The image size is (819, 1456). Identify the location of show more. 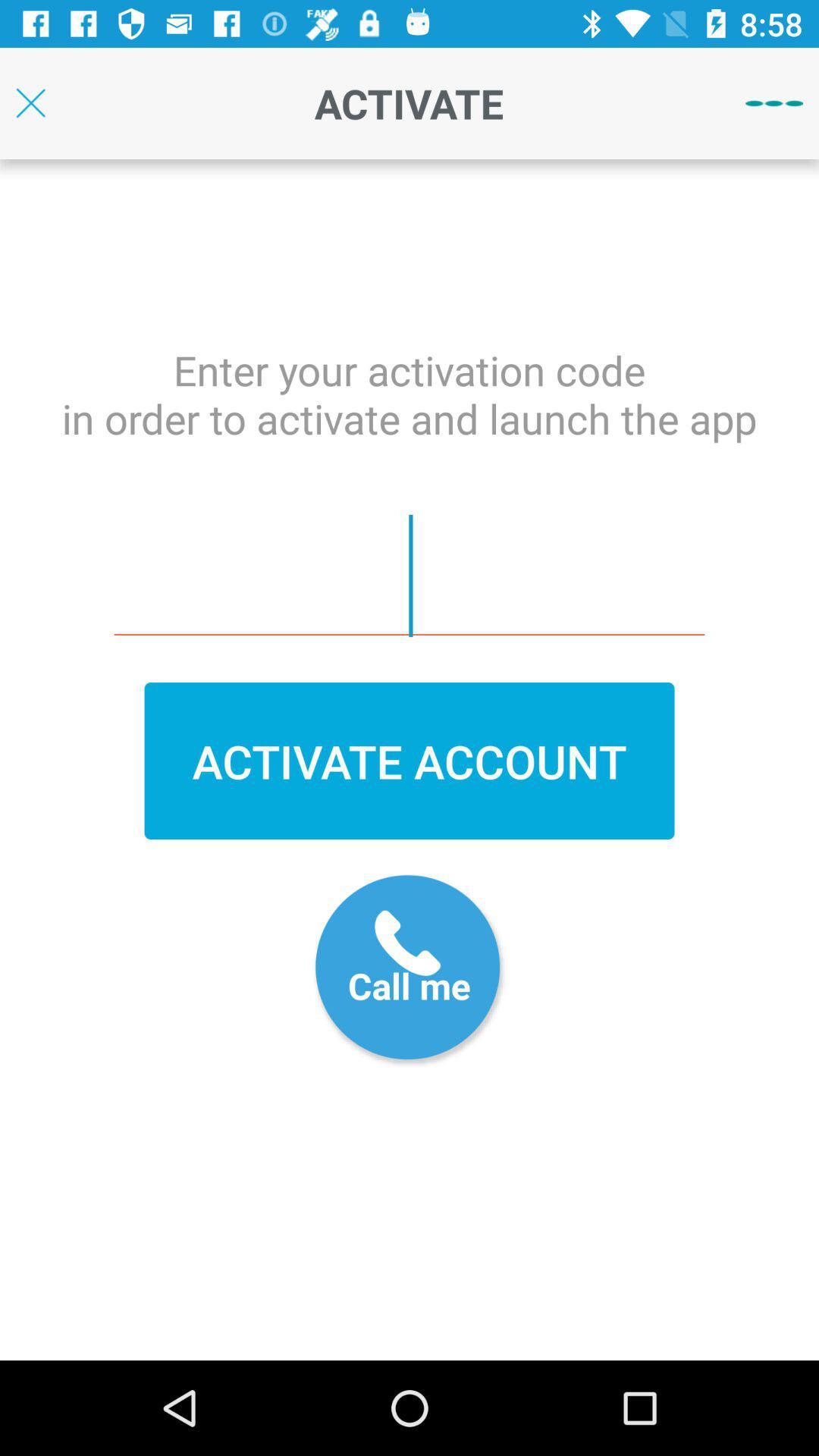
(774, 102).